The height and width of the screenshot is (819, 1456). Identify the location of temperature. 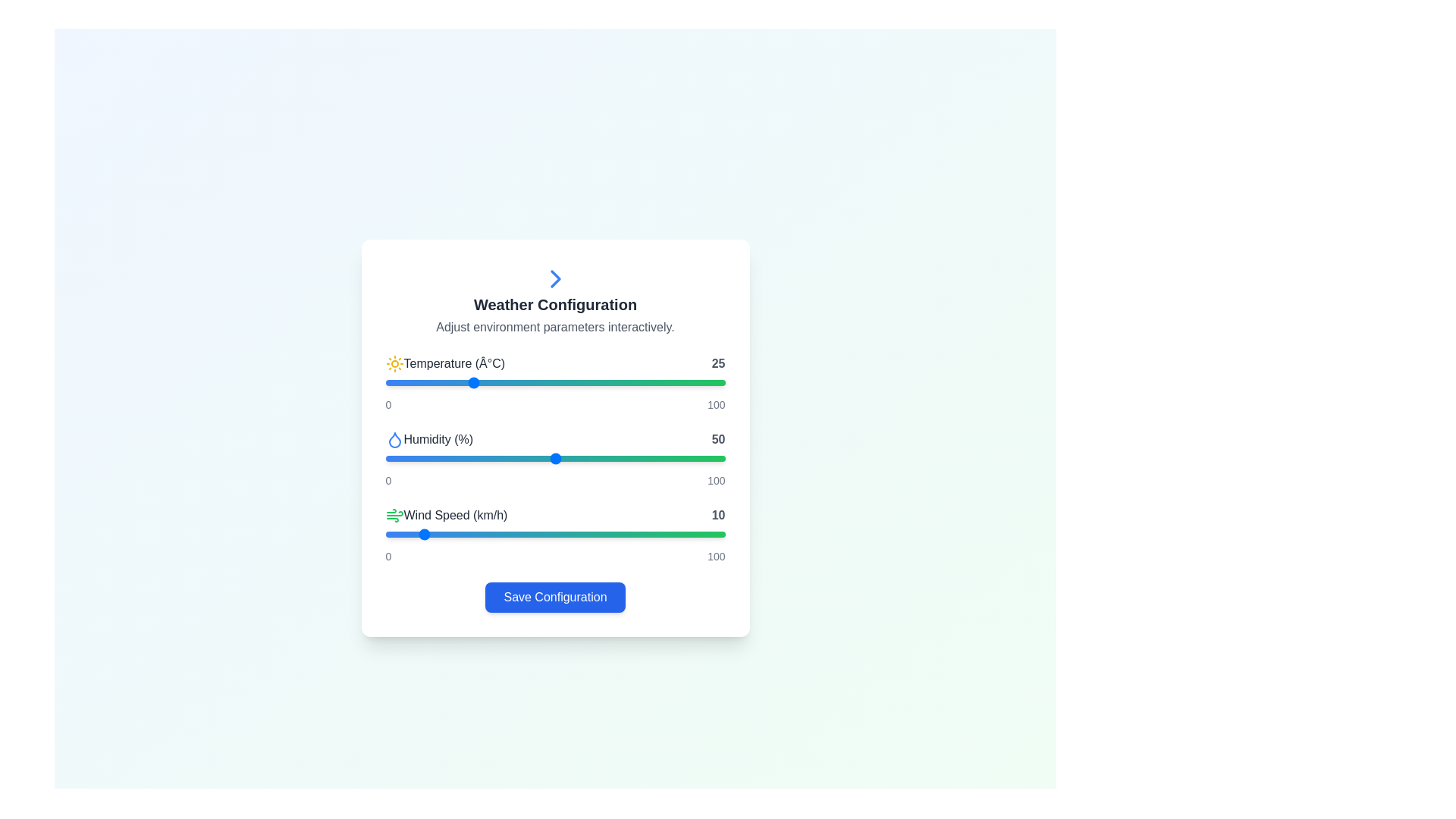
(469, 382).